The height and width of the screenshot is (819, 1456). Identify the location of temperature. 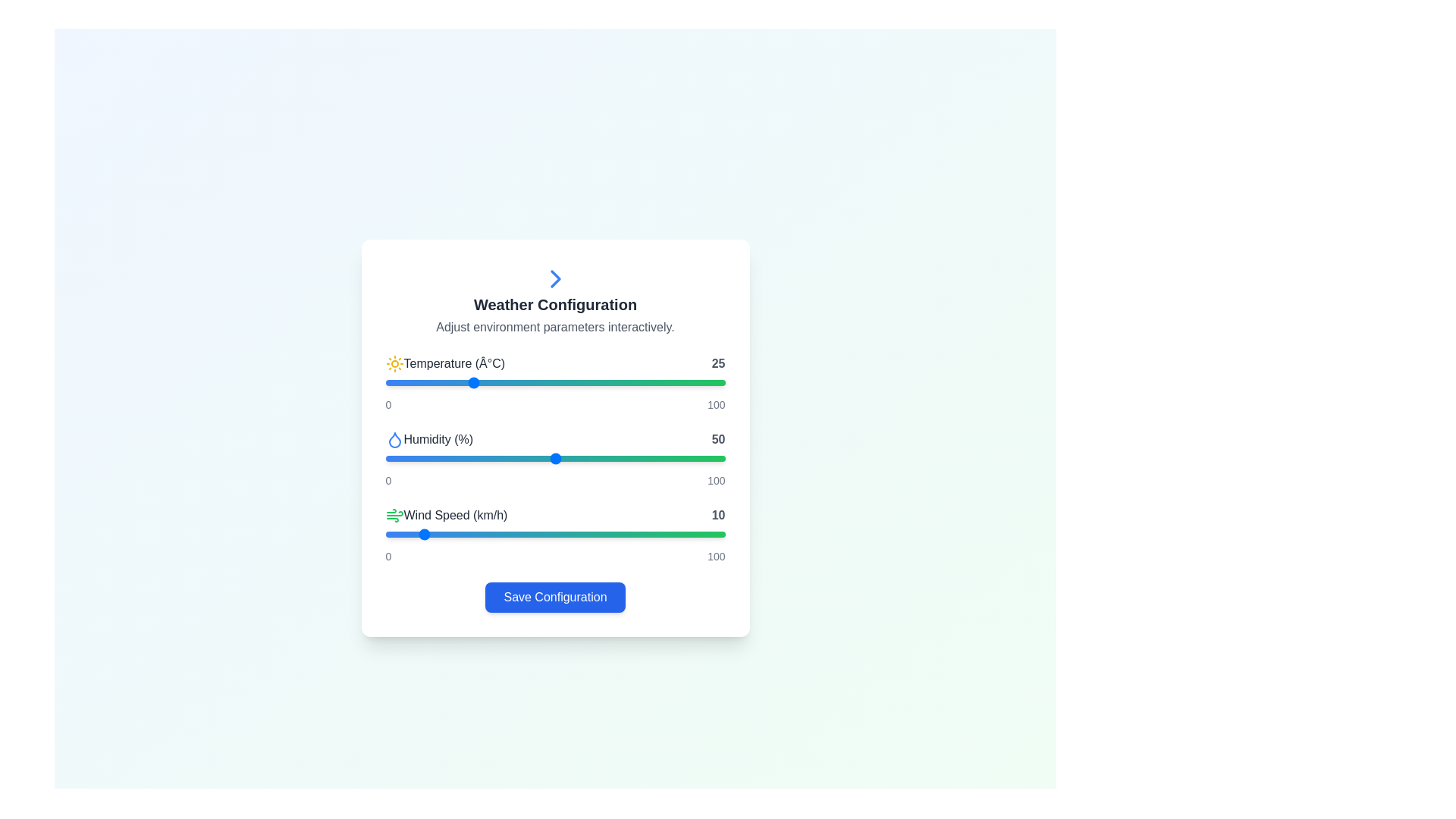
(469, 382).